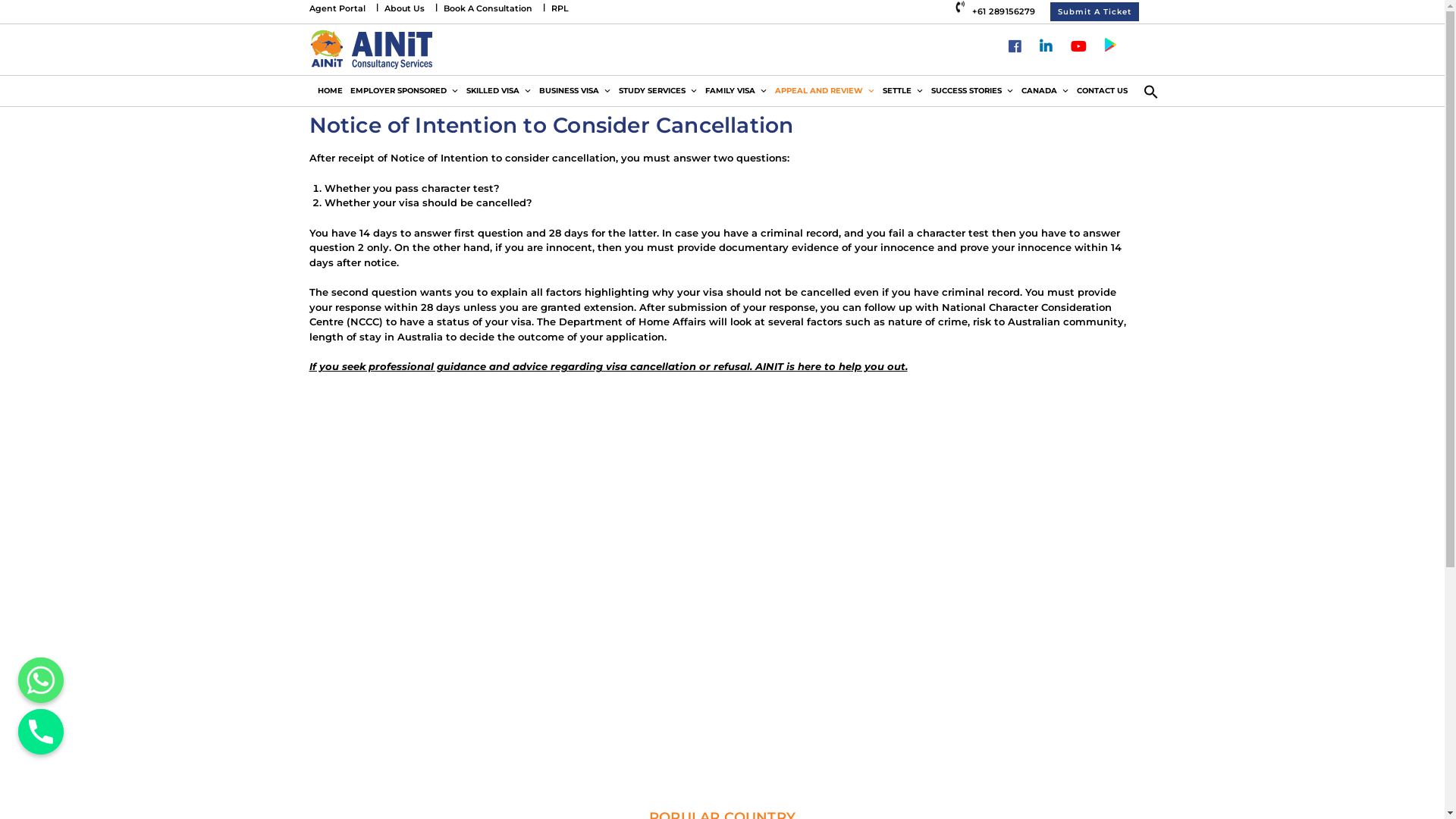 The width and height of the screenshot is (1456, 819). Describe the element at coordinates (1048, 11) in the screenshot. I see `'Submit A Ticket'` at that location.